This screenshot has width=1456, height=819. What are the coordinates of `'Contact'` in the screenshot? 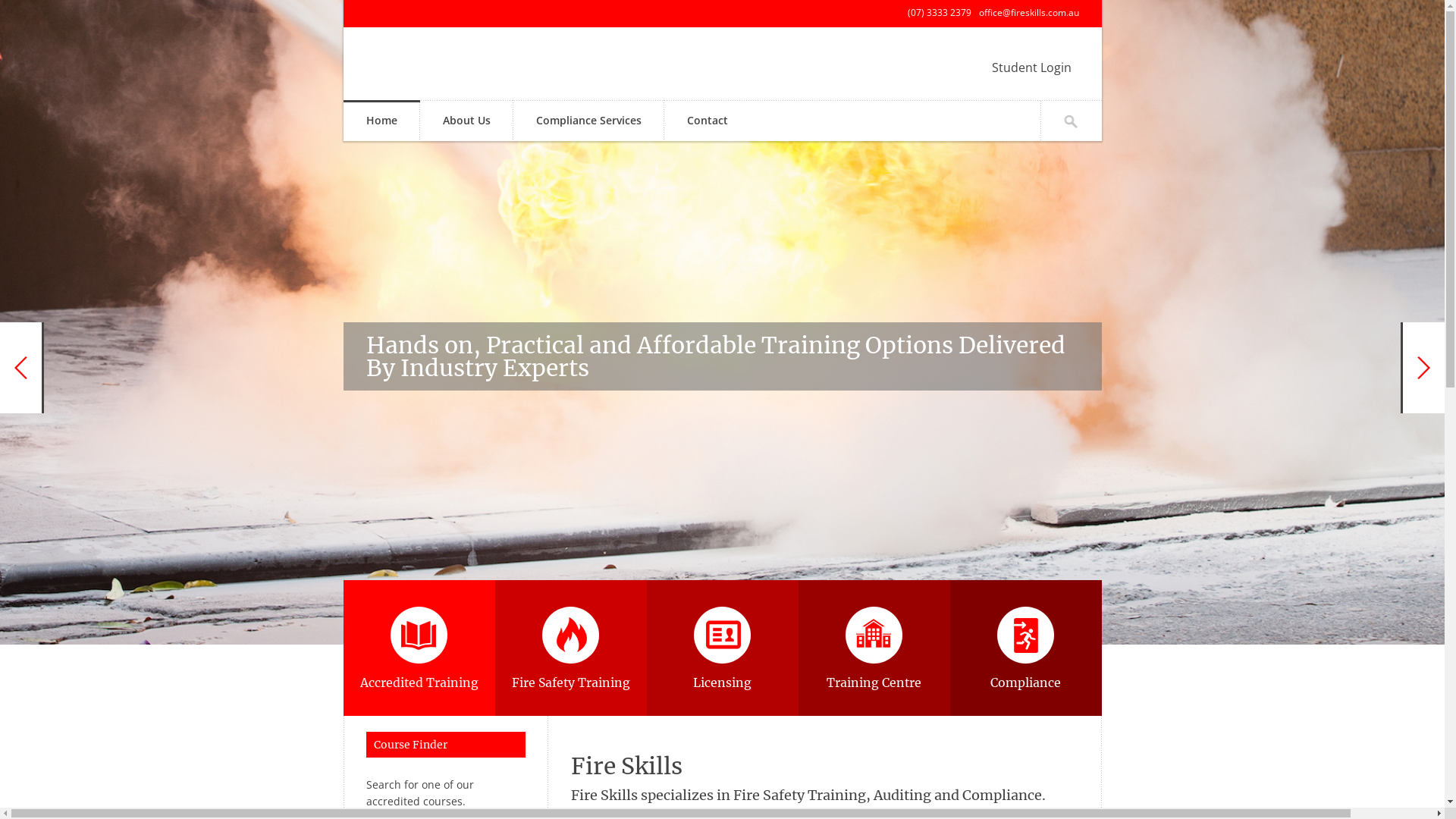 It's located at (706, 121).